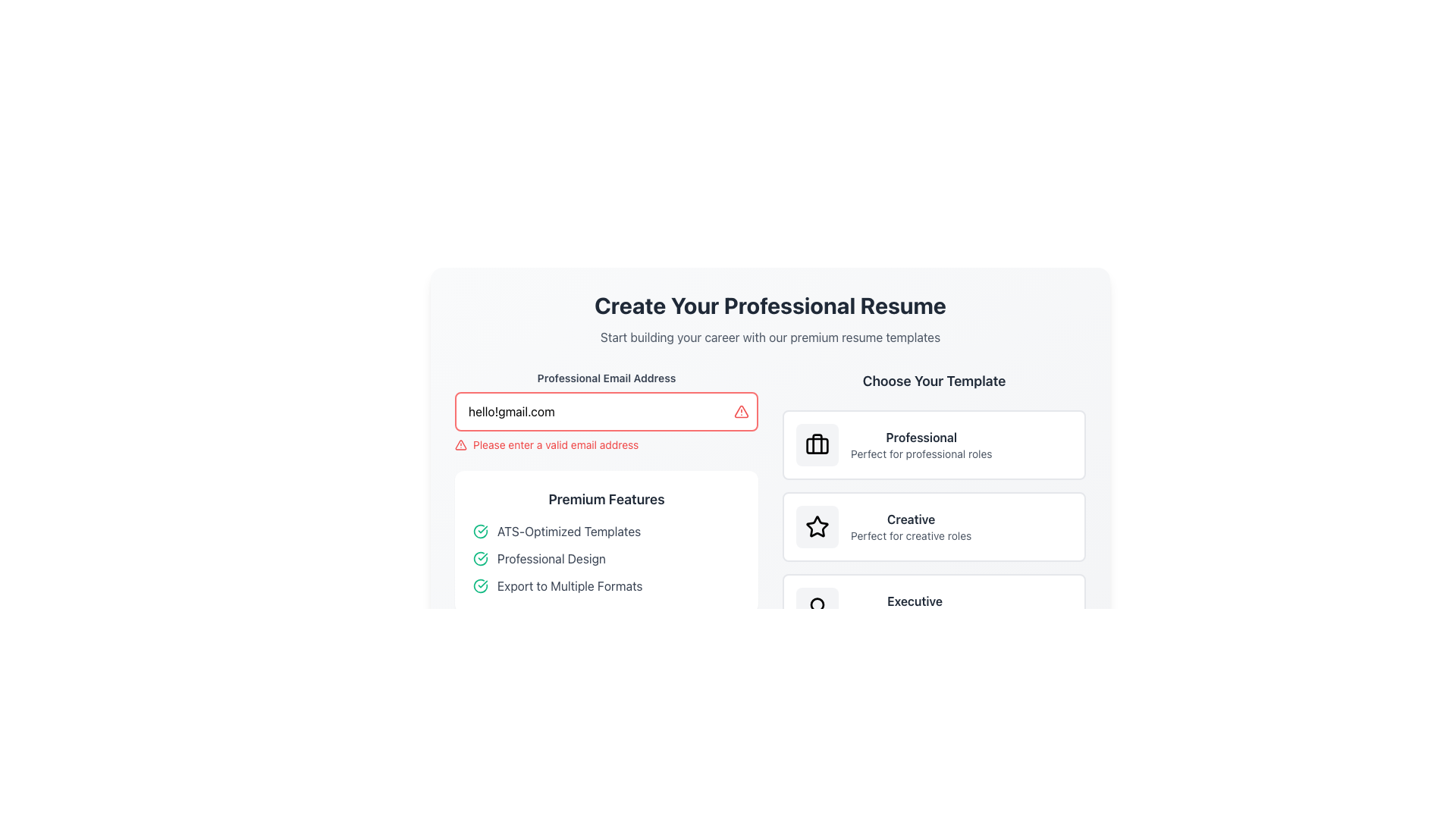 The image size is (1456, 819). What do you see at coordinates (817, 444) in the screenshot?
I see `the Icon handle of the 'Professional' template option, which is a narrow rounded rectangle positioned inside a briefcase icon on the right side of the interface` at bounding box center [817, 444].